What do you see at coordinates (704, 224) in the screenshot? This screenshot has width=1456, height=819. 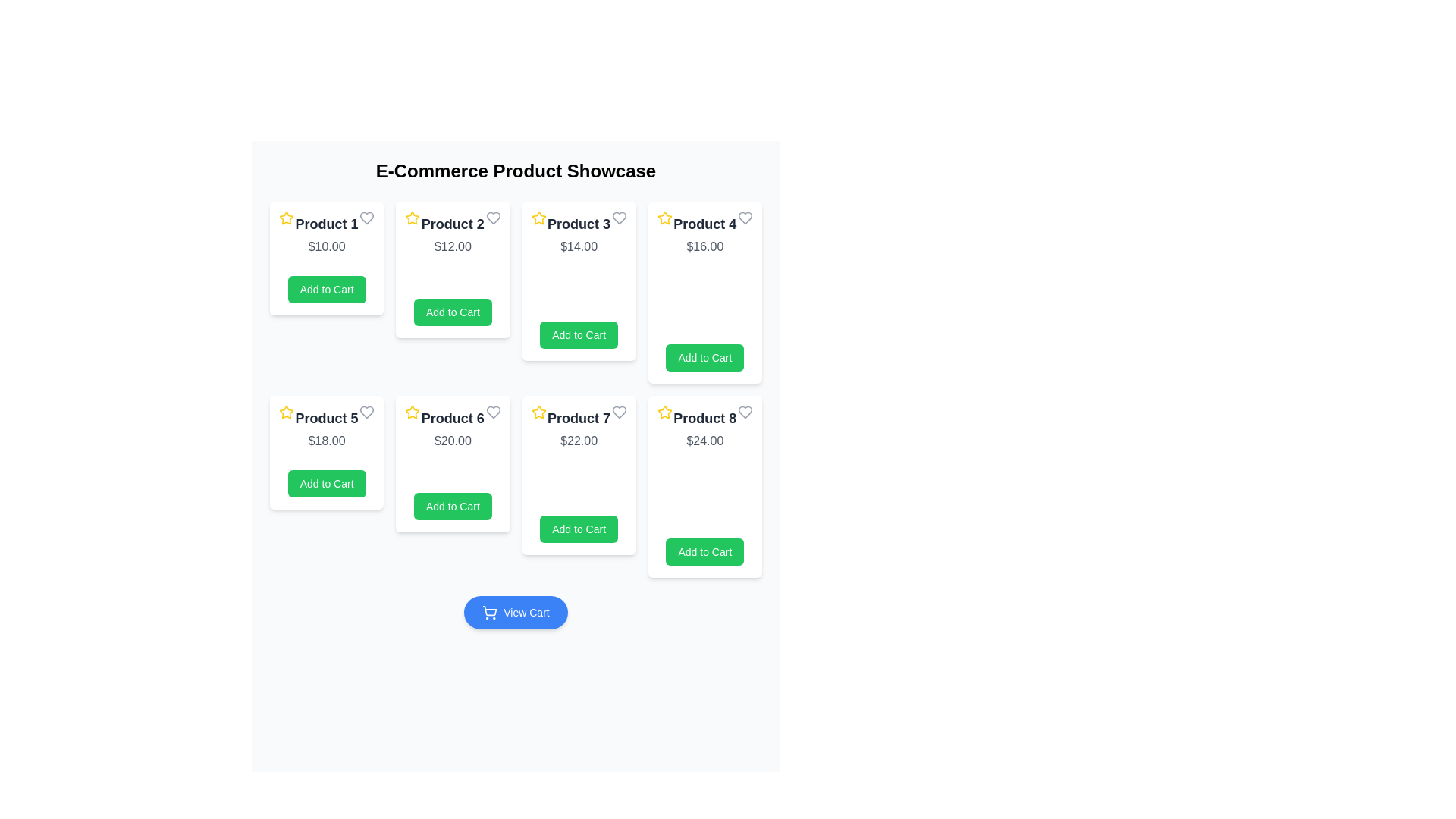 I see `the product name text label located at the top section of the white card in the fourth position of the grid layout, which serves as an identifier for users` at bounding box center [704, 224].